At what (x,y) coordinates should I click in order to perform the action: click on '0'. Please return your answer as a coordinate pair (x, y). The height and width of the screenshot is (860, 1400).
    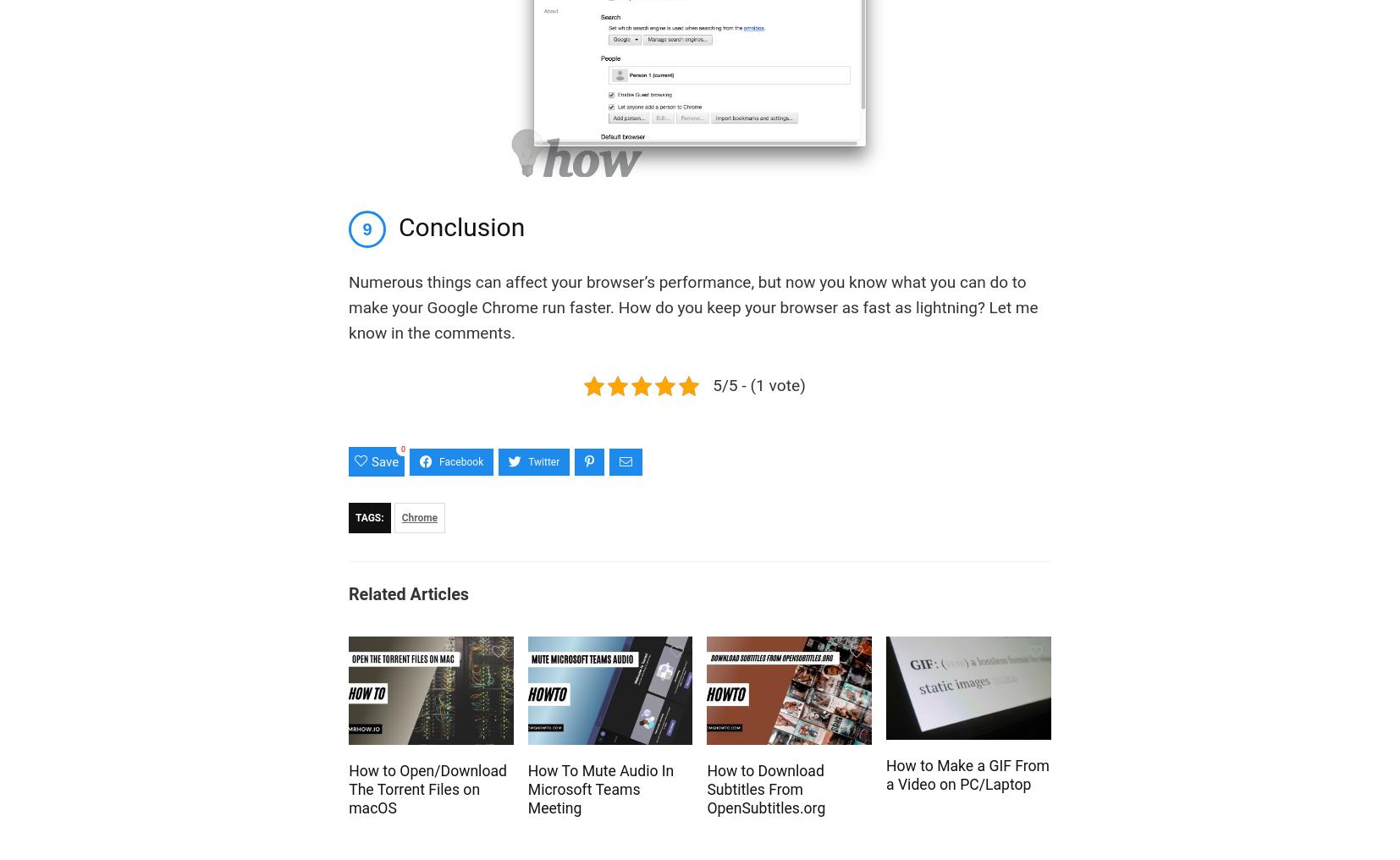
    Looking at the image, I should click on (401, 448).